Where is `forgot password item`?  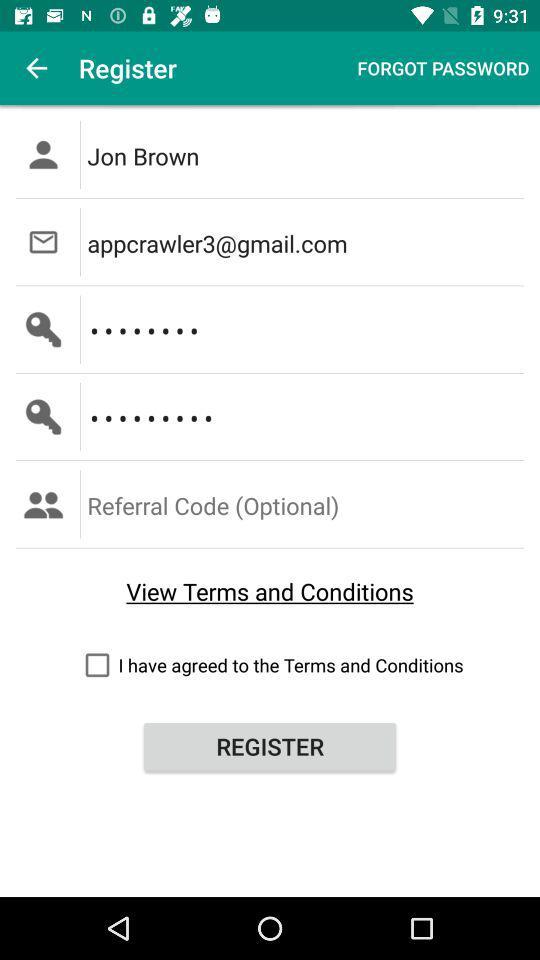
forgot password item is located at coordinates (443, 68).